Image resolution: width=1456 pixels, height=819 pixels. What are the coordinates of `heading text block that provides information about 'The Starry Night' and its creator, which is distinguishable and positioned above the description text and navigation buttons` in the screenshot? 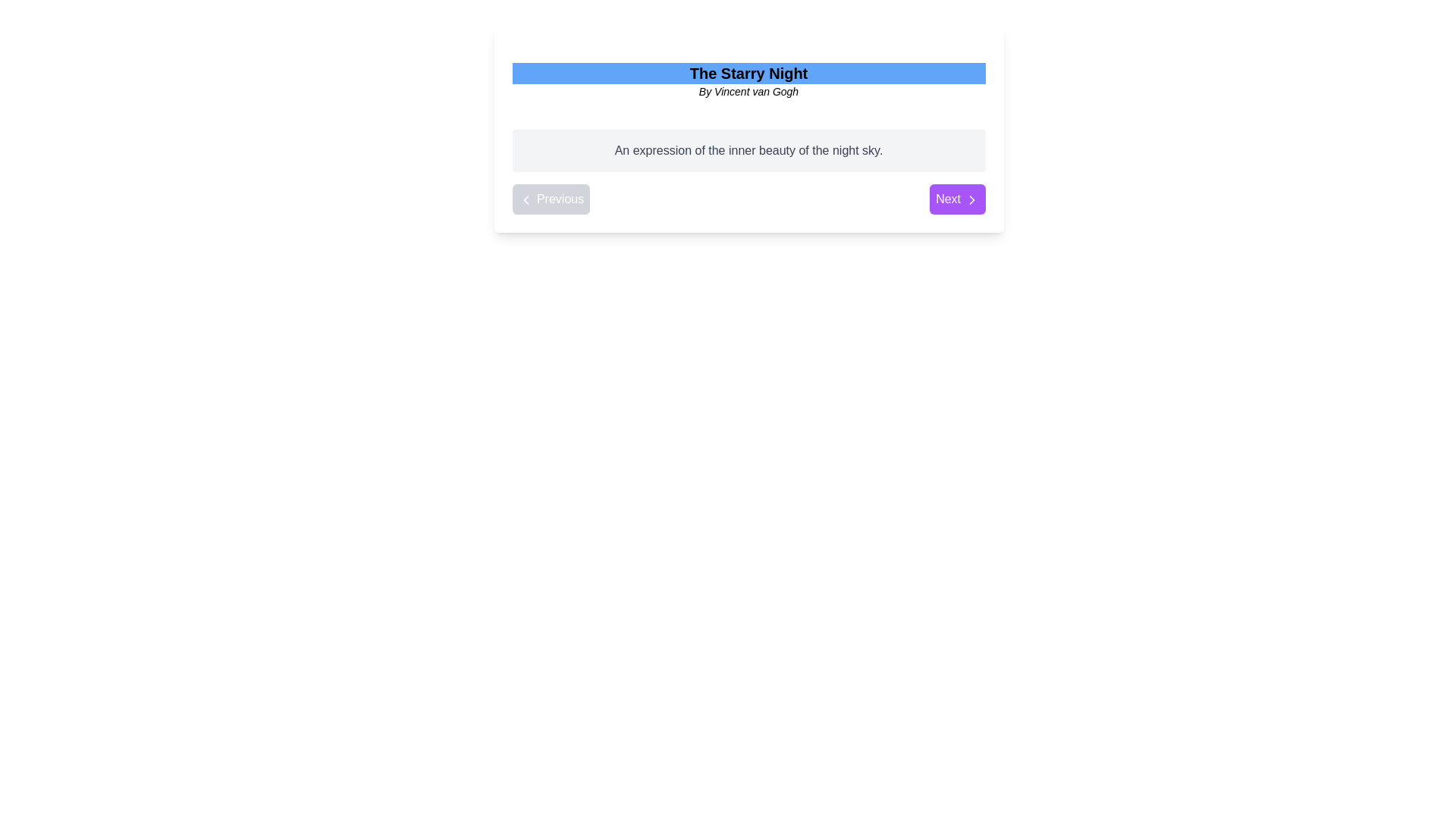 It's located at (748, 81).